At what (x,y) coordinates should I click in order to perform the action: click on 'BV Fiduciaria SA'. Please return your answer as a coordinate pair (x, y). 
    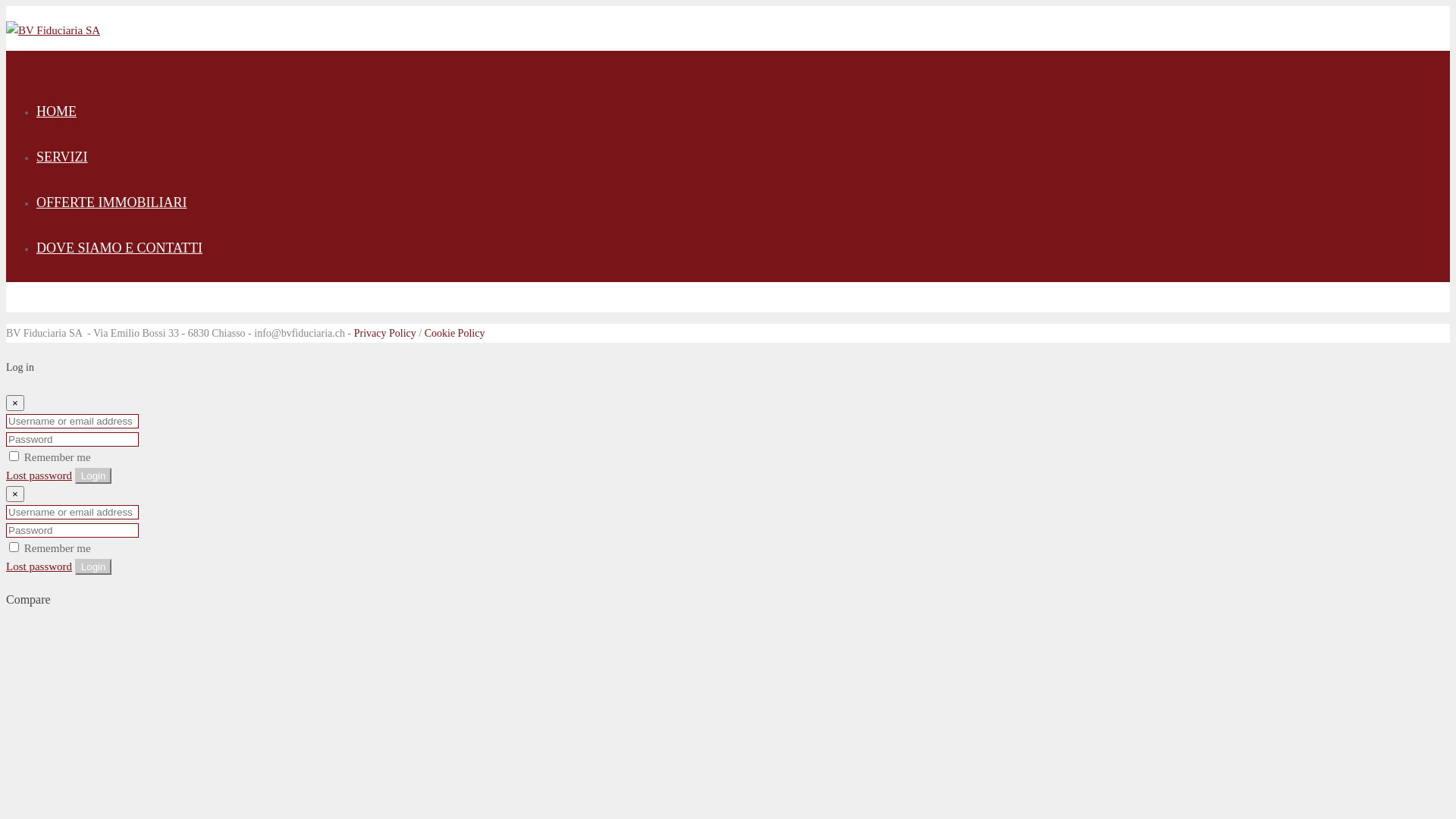
    Looking at the image, I should click on (53, 30).